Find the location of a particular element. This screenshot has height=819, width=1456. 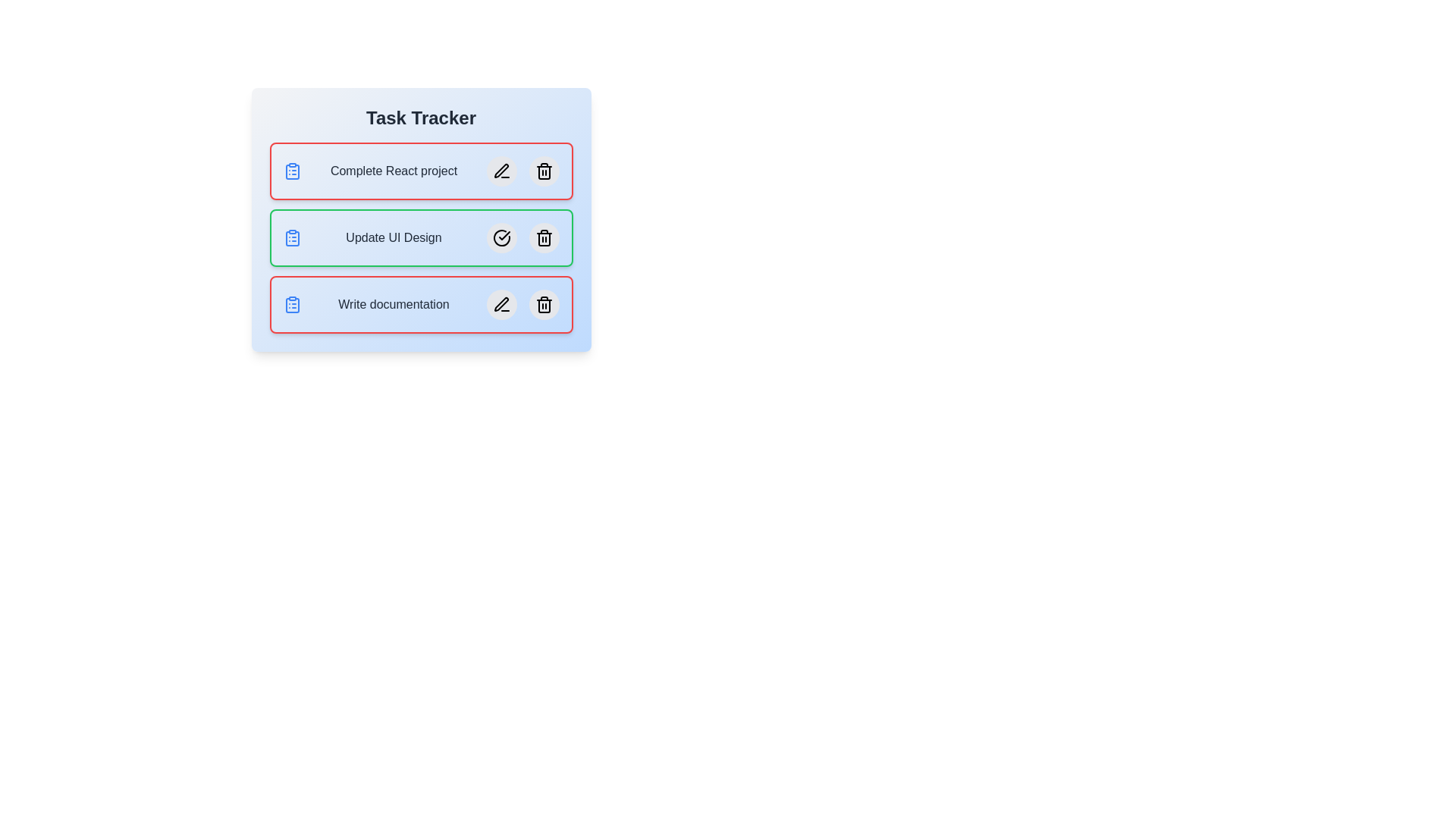

the delete button for the task named Complete React project is located at coordinates (544, 171).